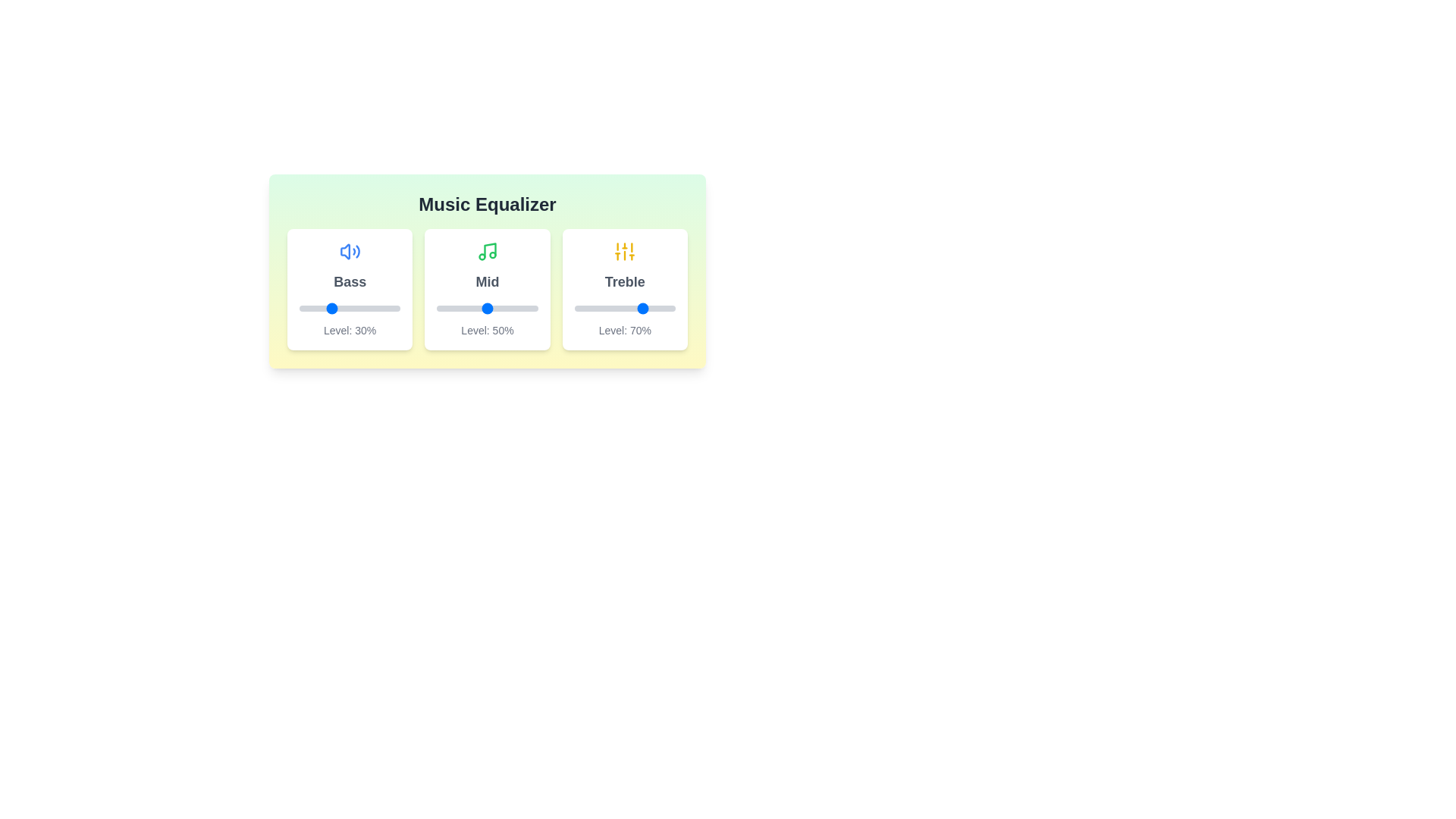  What do you see at coordinates (348, 308) in the screenshot?
I see `the bass slider to 49%` at bounding box center [348, 308].